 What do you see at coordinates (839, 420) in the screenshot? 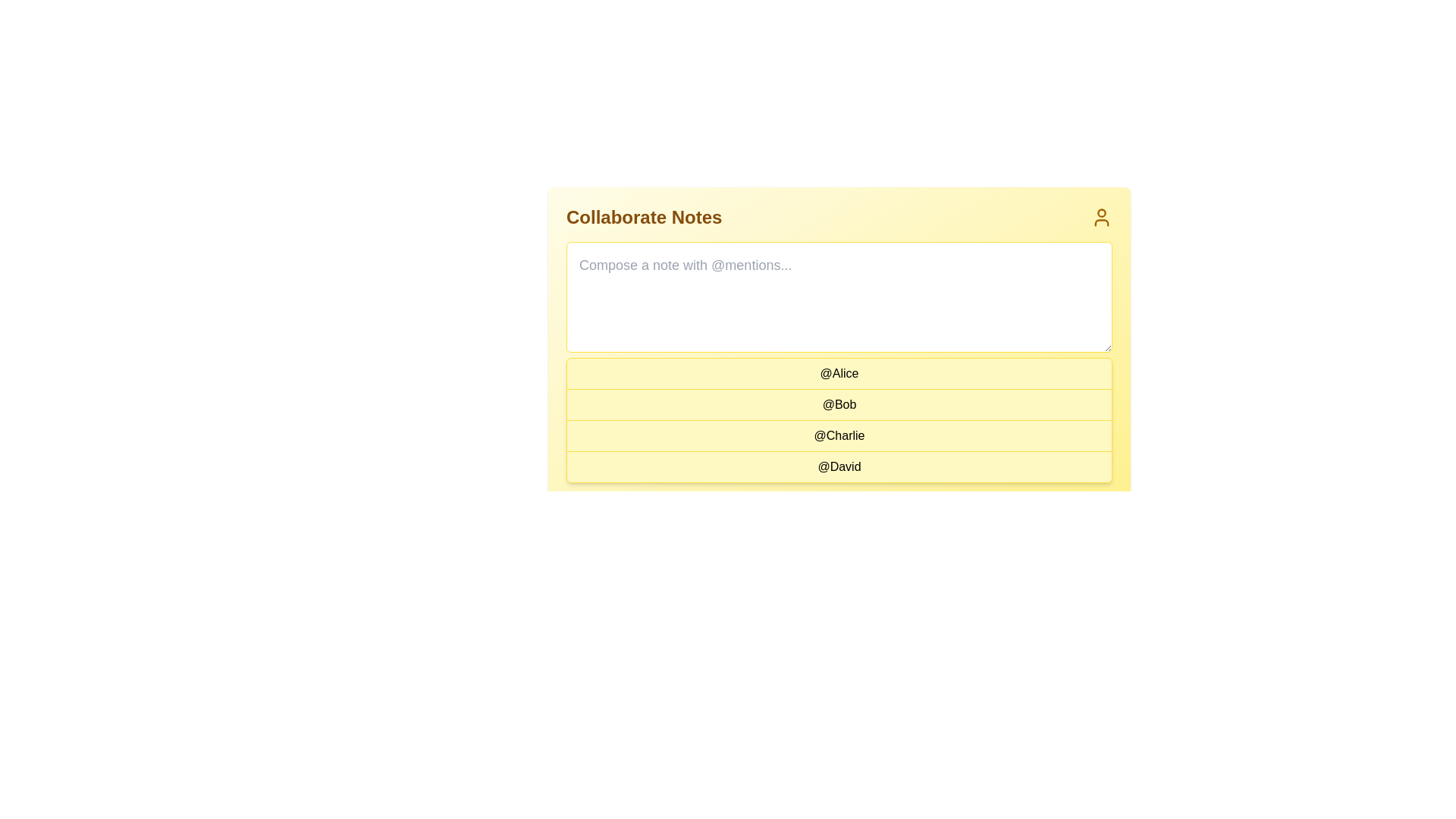
I see `the rows of the yellow interactive list element located just below the input text area, identifiable by its rounded corners and '@' prefixed text` at bounding box center [839, 420].